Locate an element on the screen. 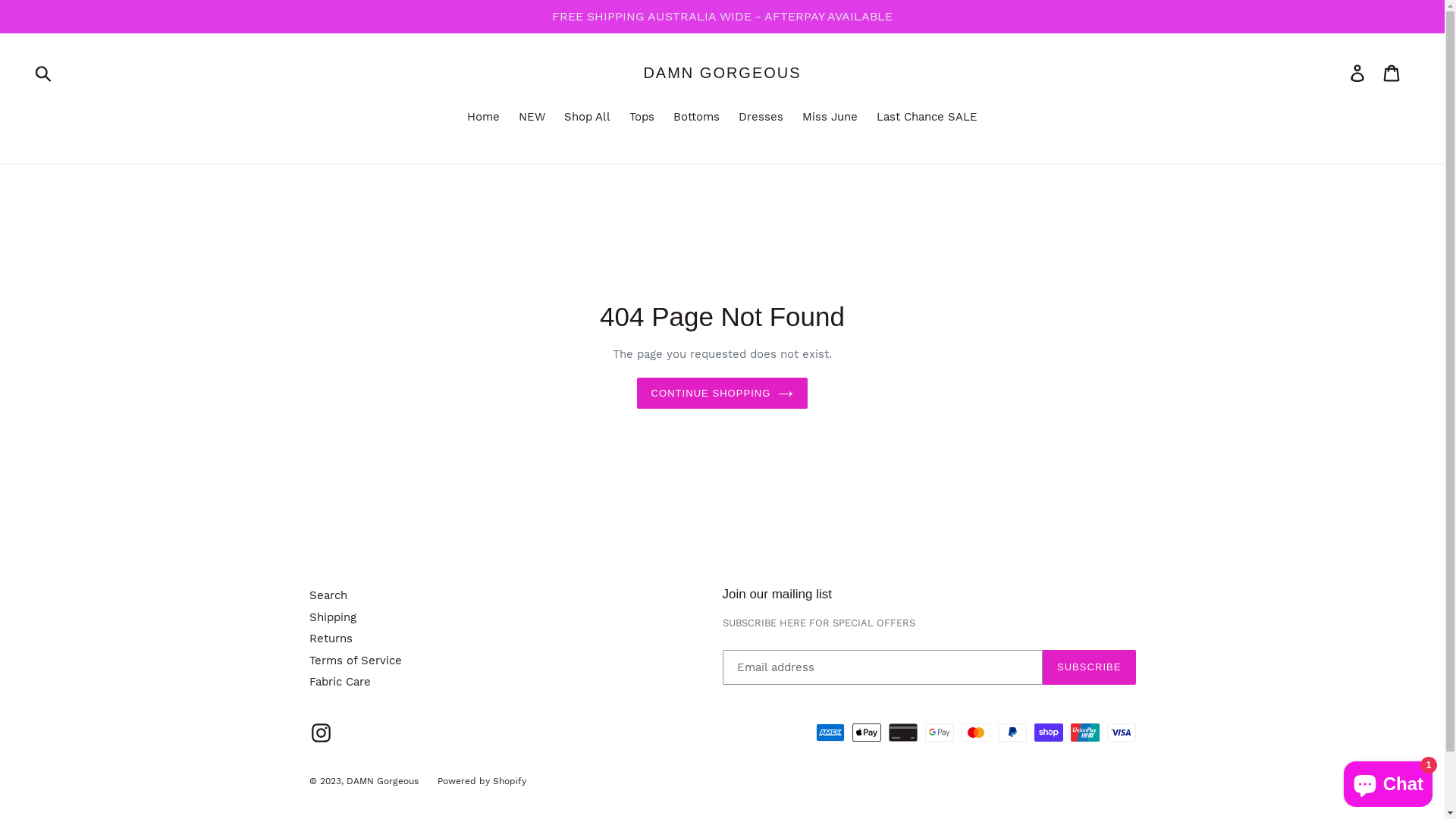 The image size is (1456, 819). 'Last Chance SALE' is located at coordinates (869, 117).